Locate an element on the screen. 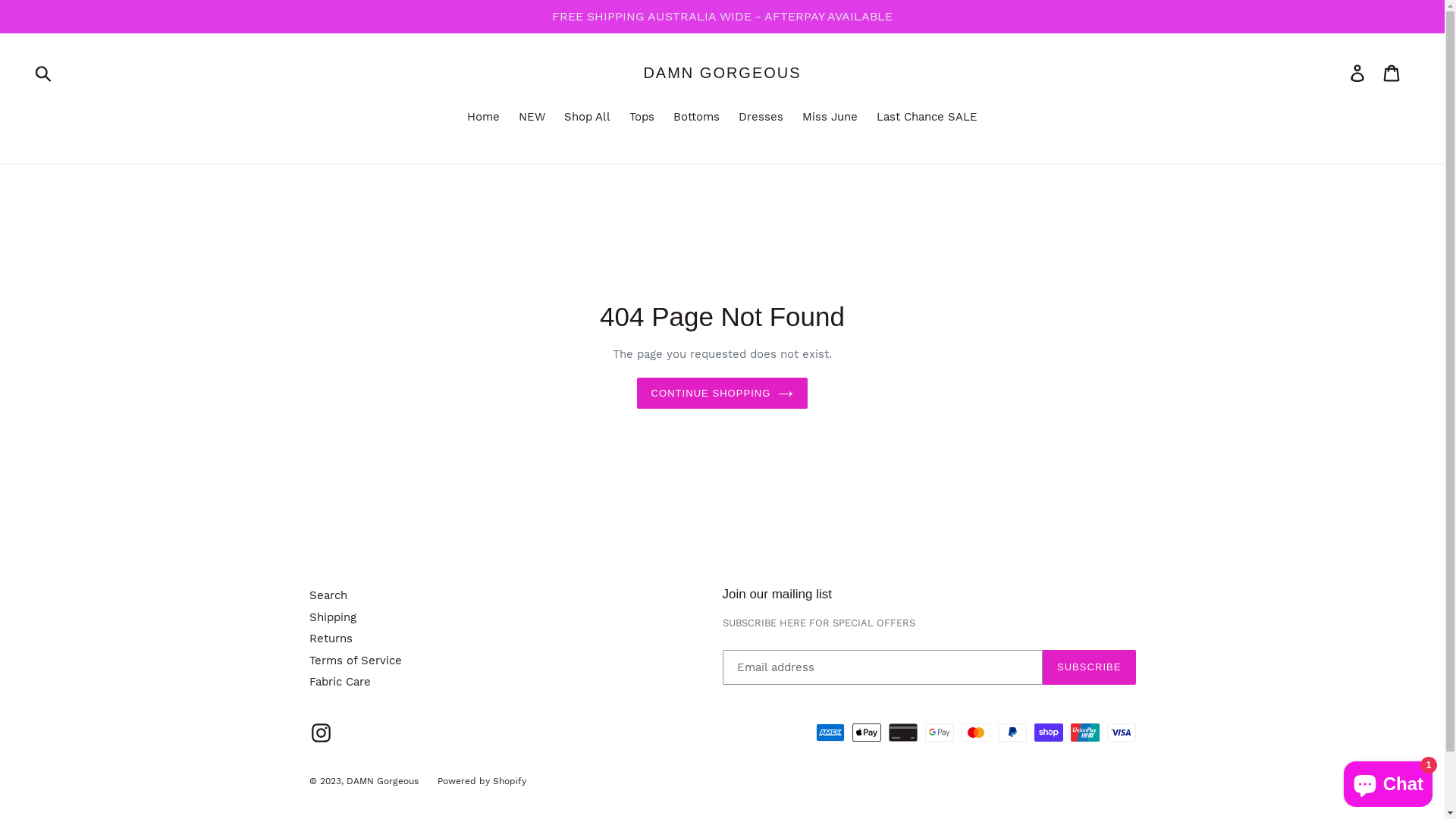 The image size is (1456, 819). 'Last Chance SALE' is located at coordinates (869, 117).